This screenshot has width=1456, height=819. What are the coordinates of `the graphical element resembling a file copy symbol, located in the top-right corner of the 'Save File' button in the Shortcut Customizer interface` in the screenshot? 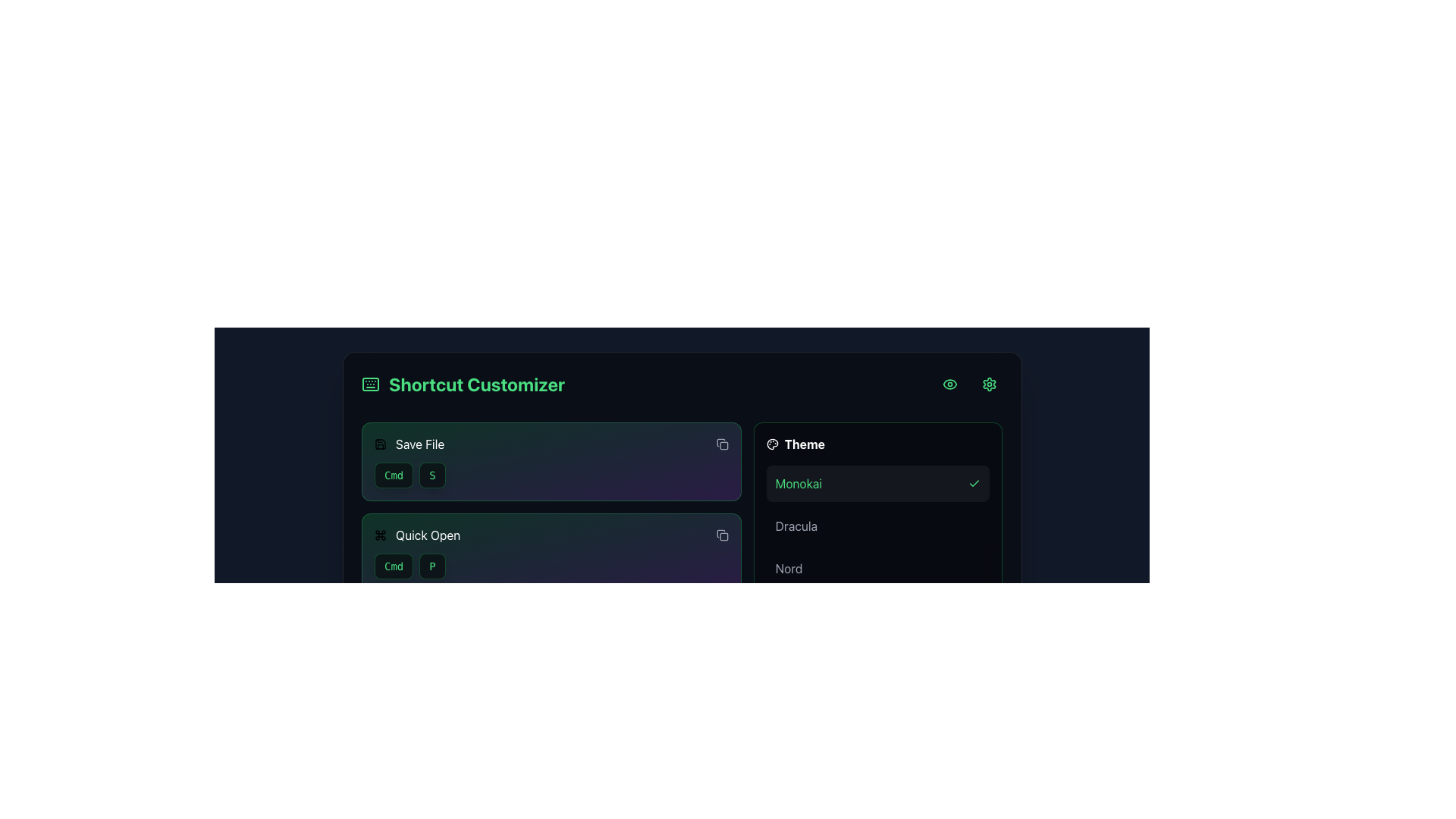 It's located at (720, 442).